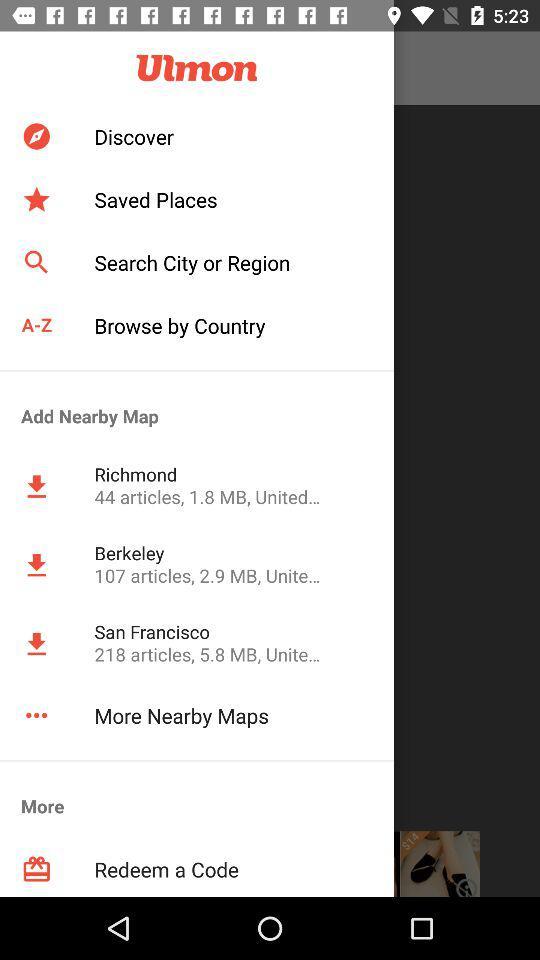 The image size is (540, 960). What do you see at coordinates (36, 199) in the screenshot?
I see `icon next to saved places` at bounding box center [36, 199].